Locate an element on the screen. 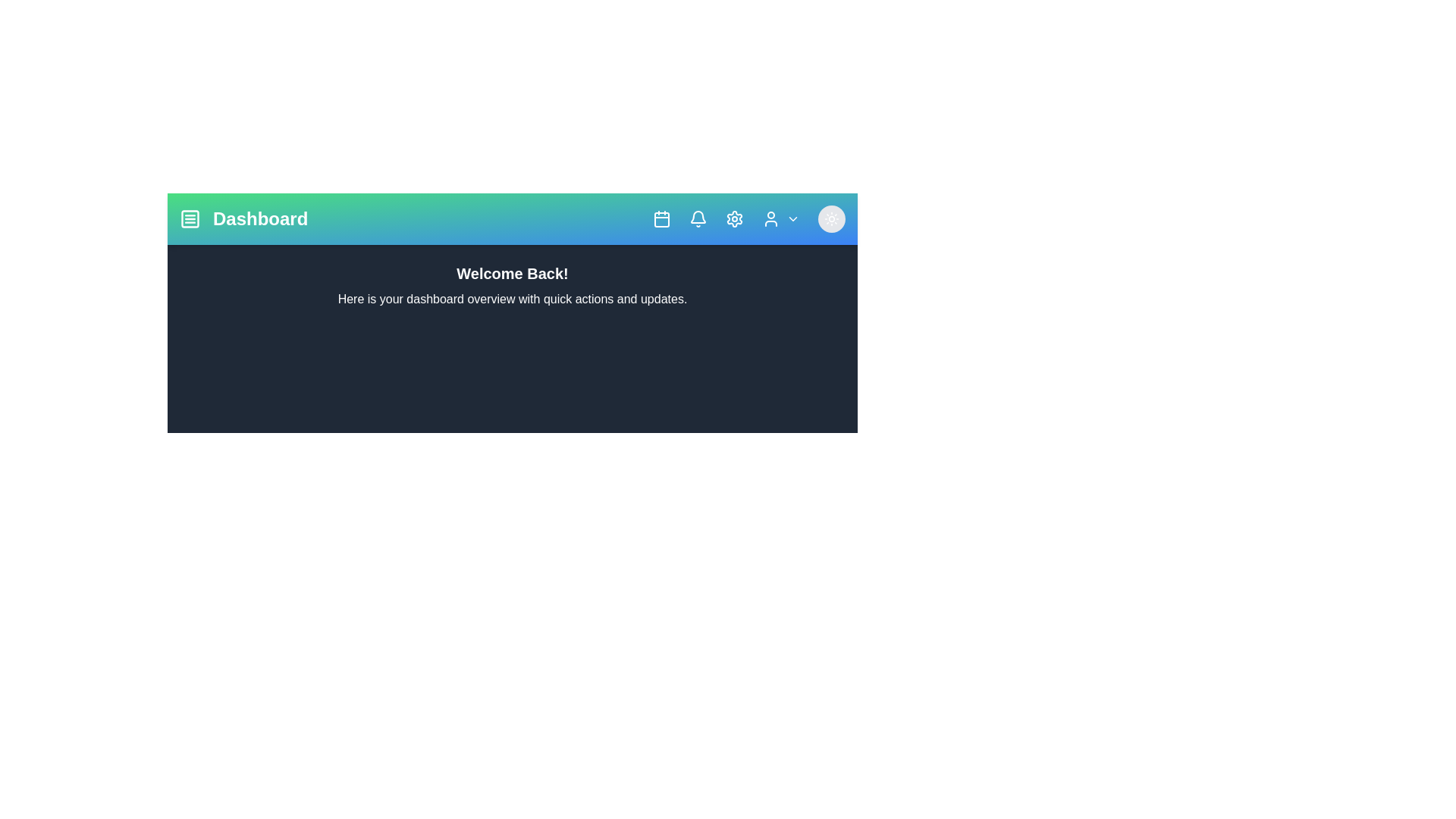 The width and height of the screenshot is (1456, 819). the calendar icon to open the calendar view is located at coordinates (662, 219).